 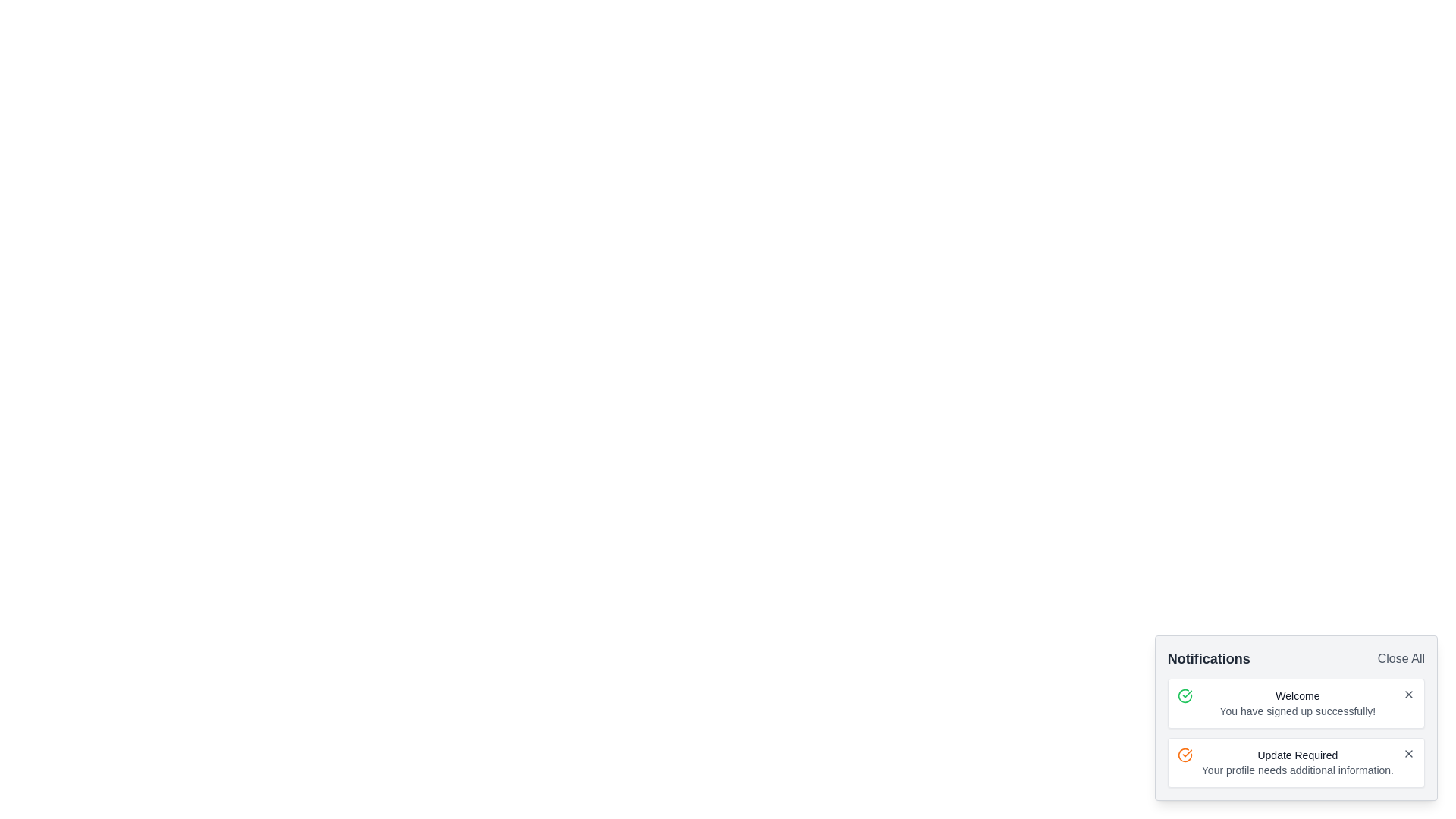 I want to click on the greeting message in the top notification box of the 'Notifications' section, which indicates successful action after signing up, so click(x=1297, y=696).